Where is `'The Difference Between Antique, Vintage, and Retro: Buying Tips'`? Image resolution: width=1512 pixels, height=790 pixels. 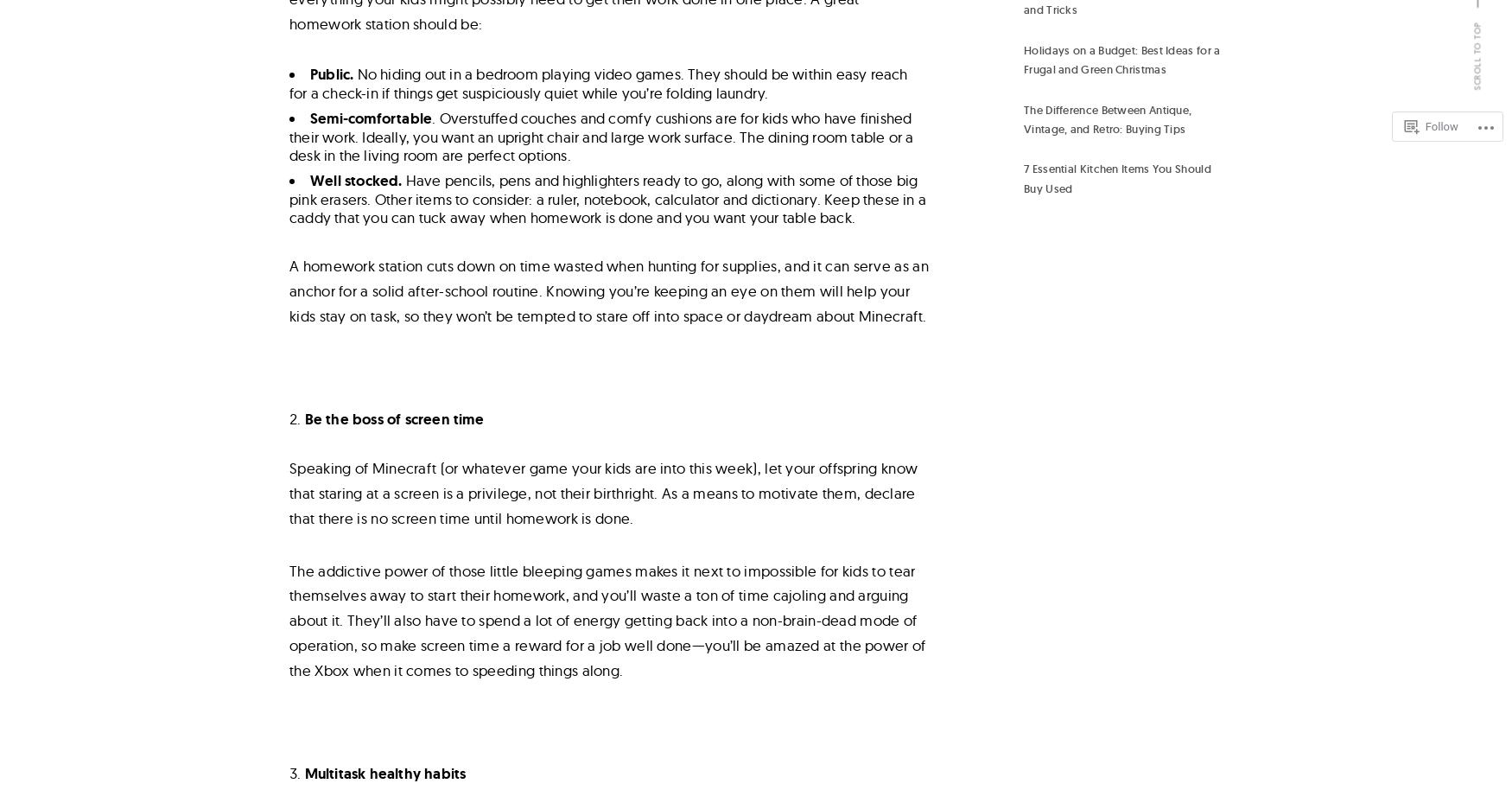
'The Difference Between Antique, Vintage, and Retro: Buying Tips' is located at coordinates (1022, 118).